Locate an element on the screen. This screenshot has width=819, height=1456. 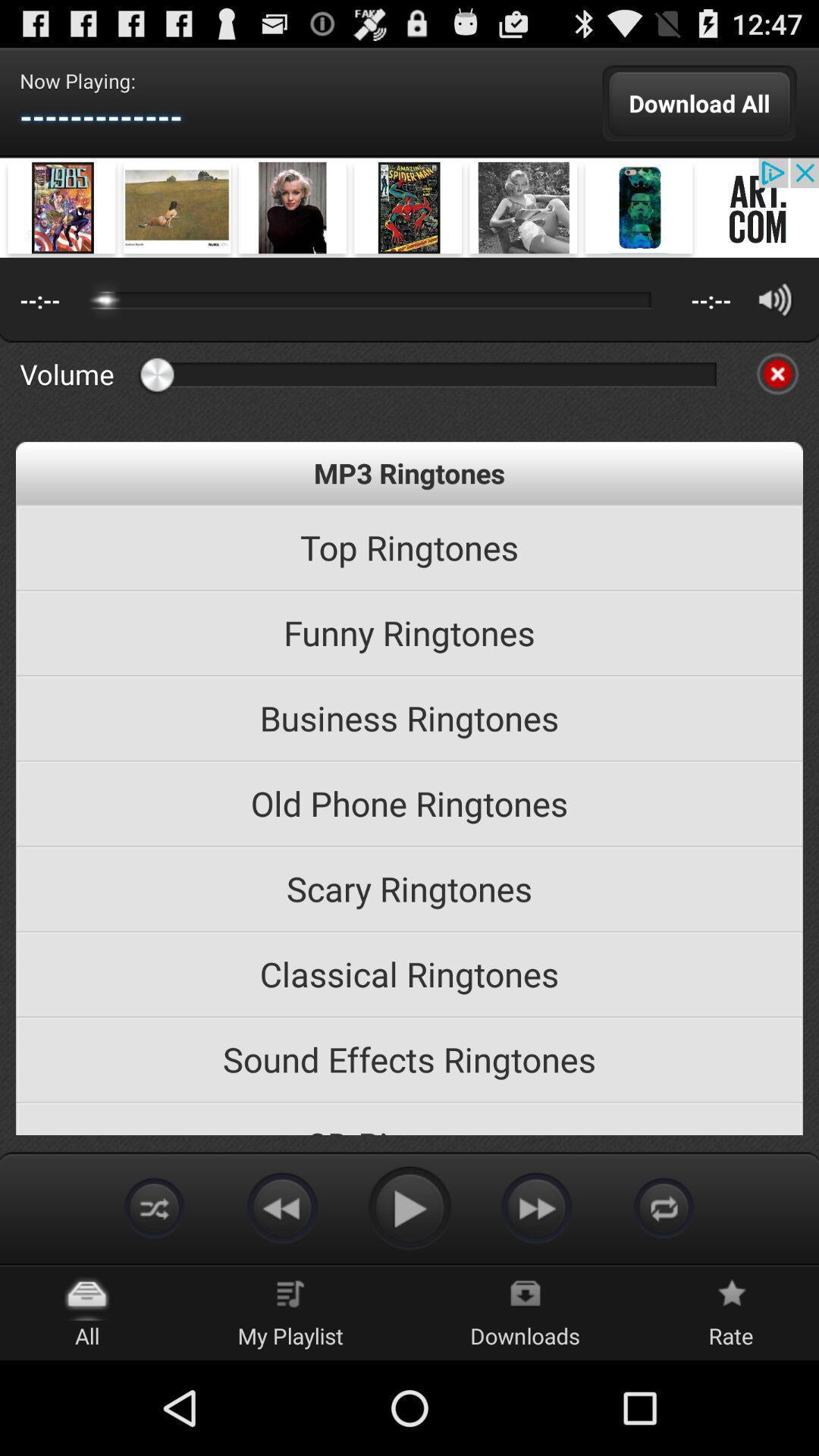
the option is located at coordinates (777, 374).